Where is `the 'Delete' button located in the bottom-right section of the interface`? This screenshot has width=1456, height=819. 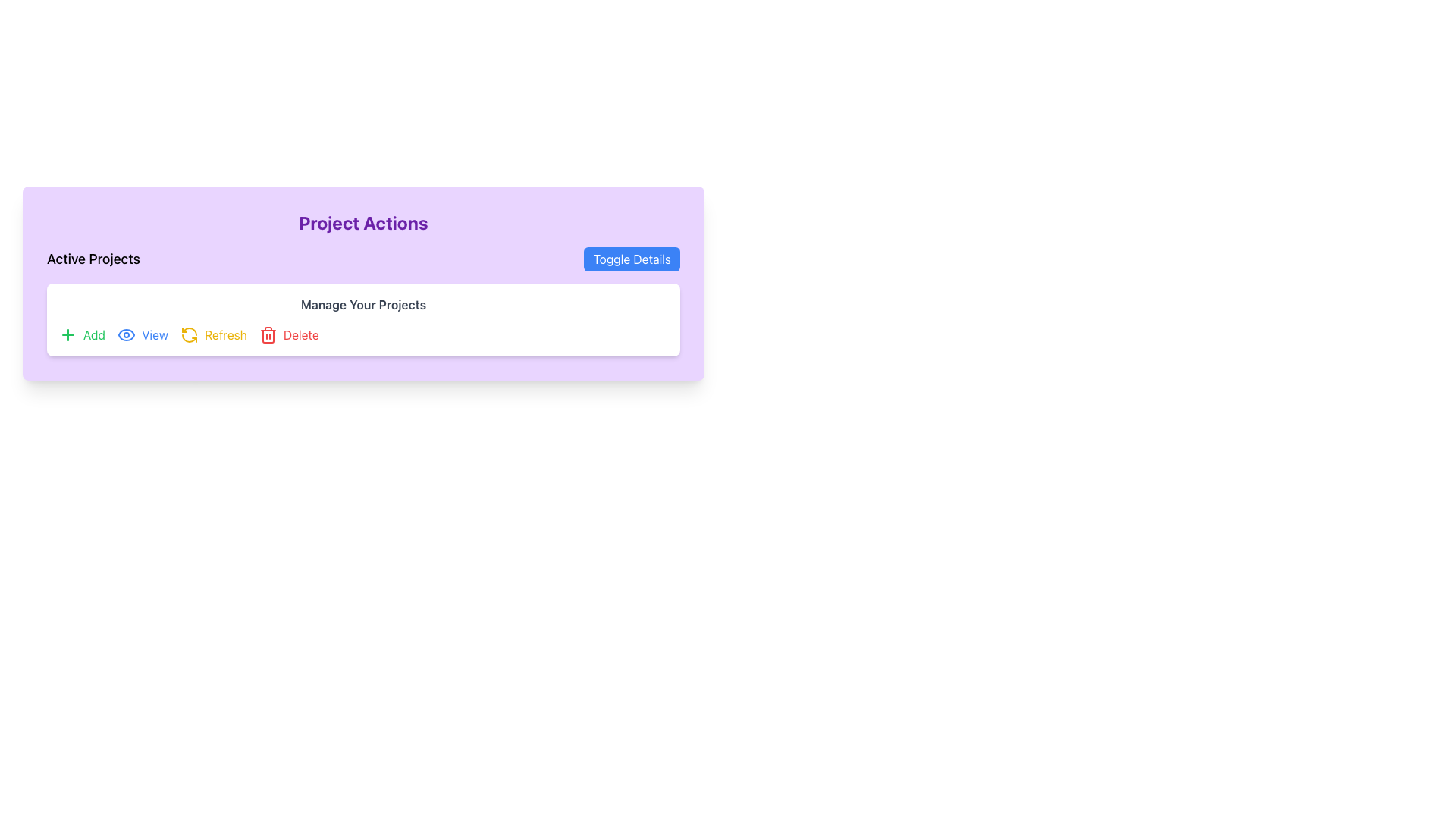
the 'Delete' button located in the bottom-right section of the interface is located at coordinates (288, 334).